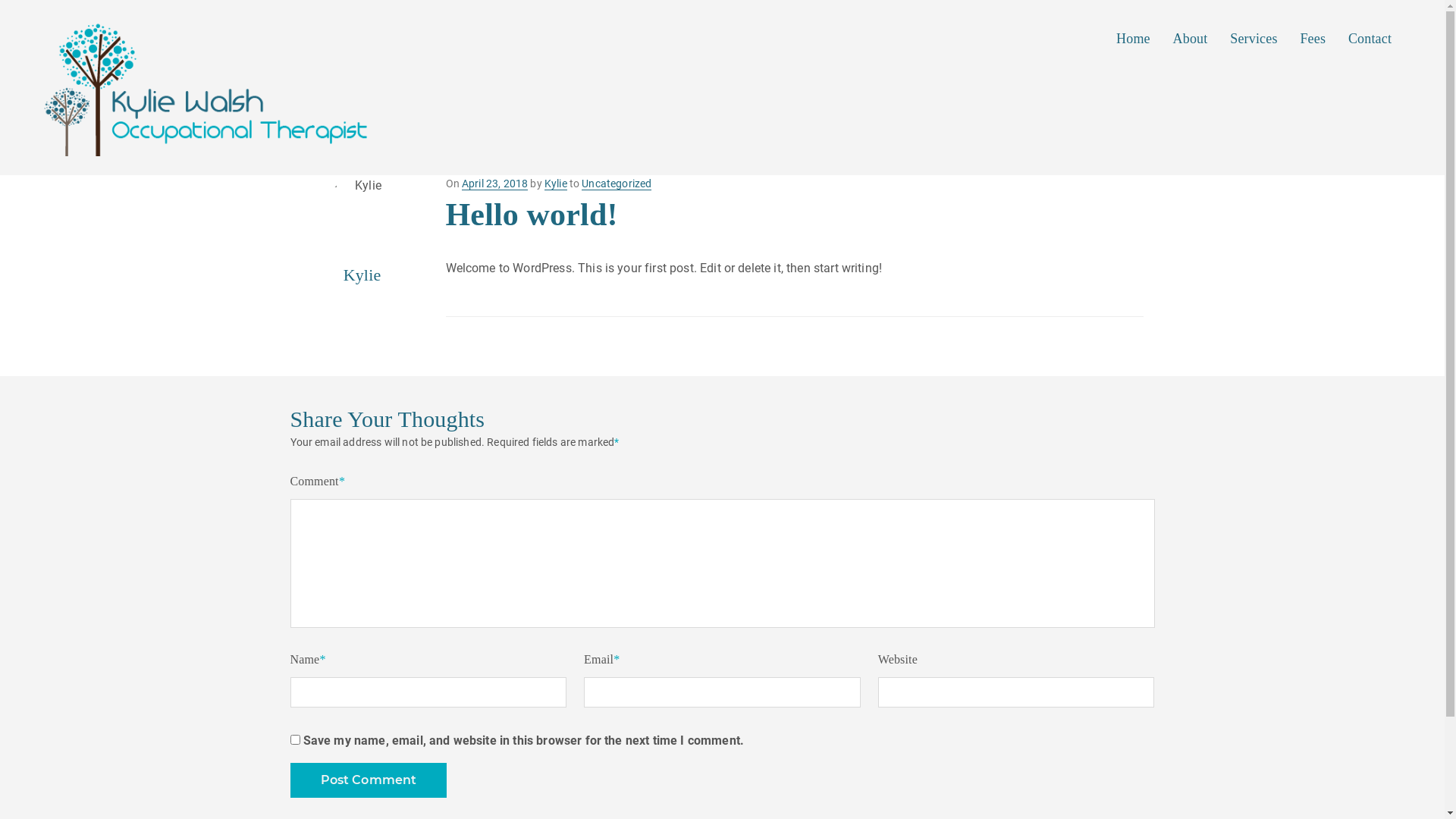 The width and height of the screenshot is (1456, 819). What do you see at coordinates (1313, 37) in the screenshot?
I see `'Fees'` at bounding box center [1313, 37].